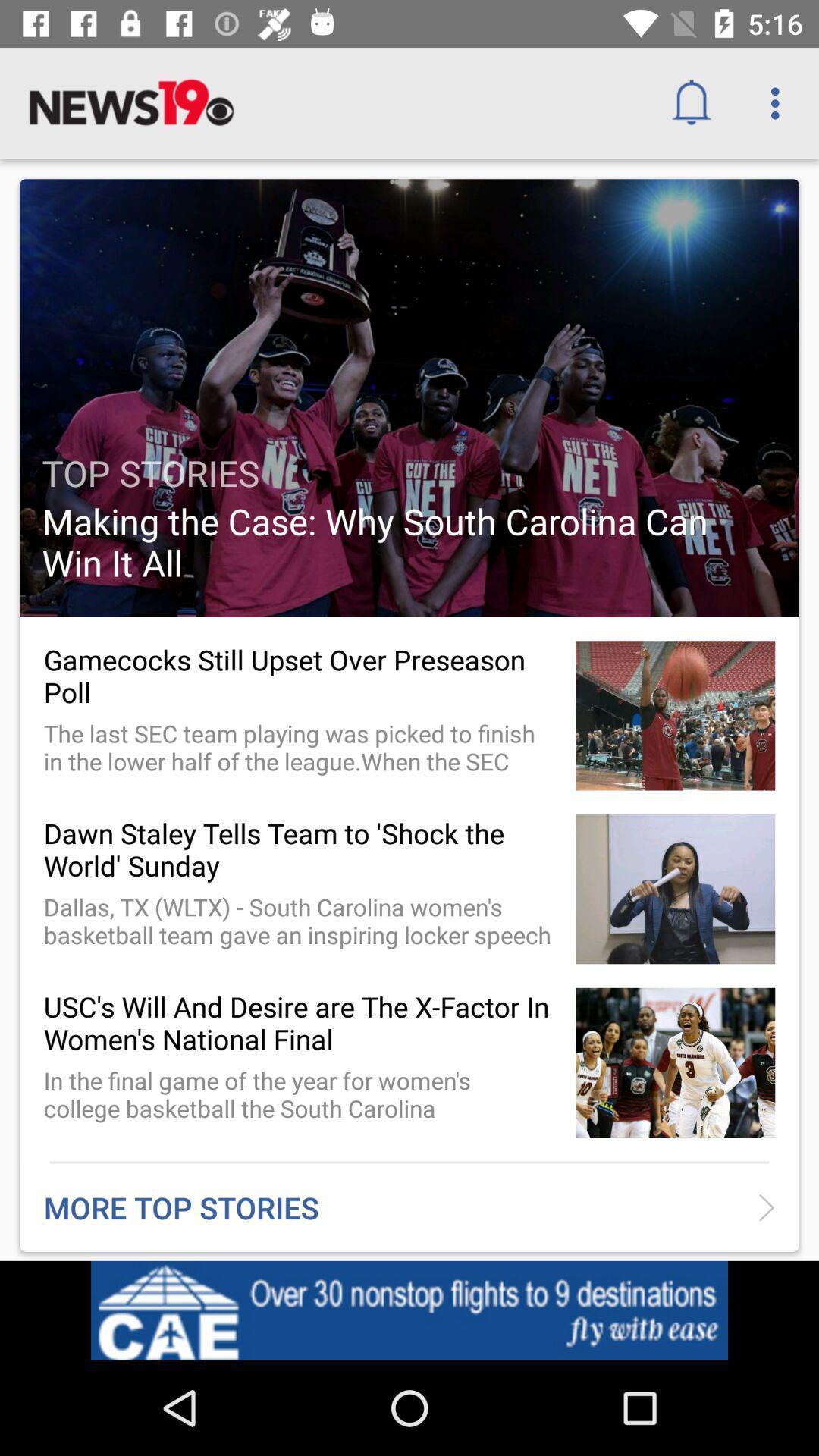 Image resolution: width=819 pixels, height=1456 pixels. What do you see at coordinates (409, 1310) in the screenshot?
I see `advertisement` at bounding box center [409, 1310].